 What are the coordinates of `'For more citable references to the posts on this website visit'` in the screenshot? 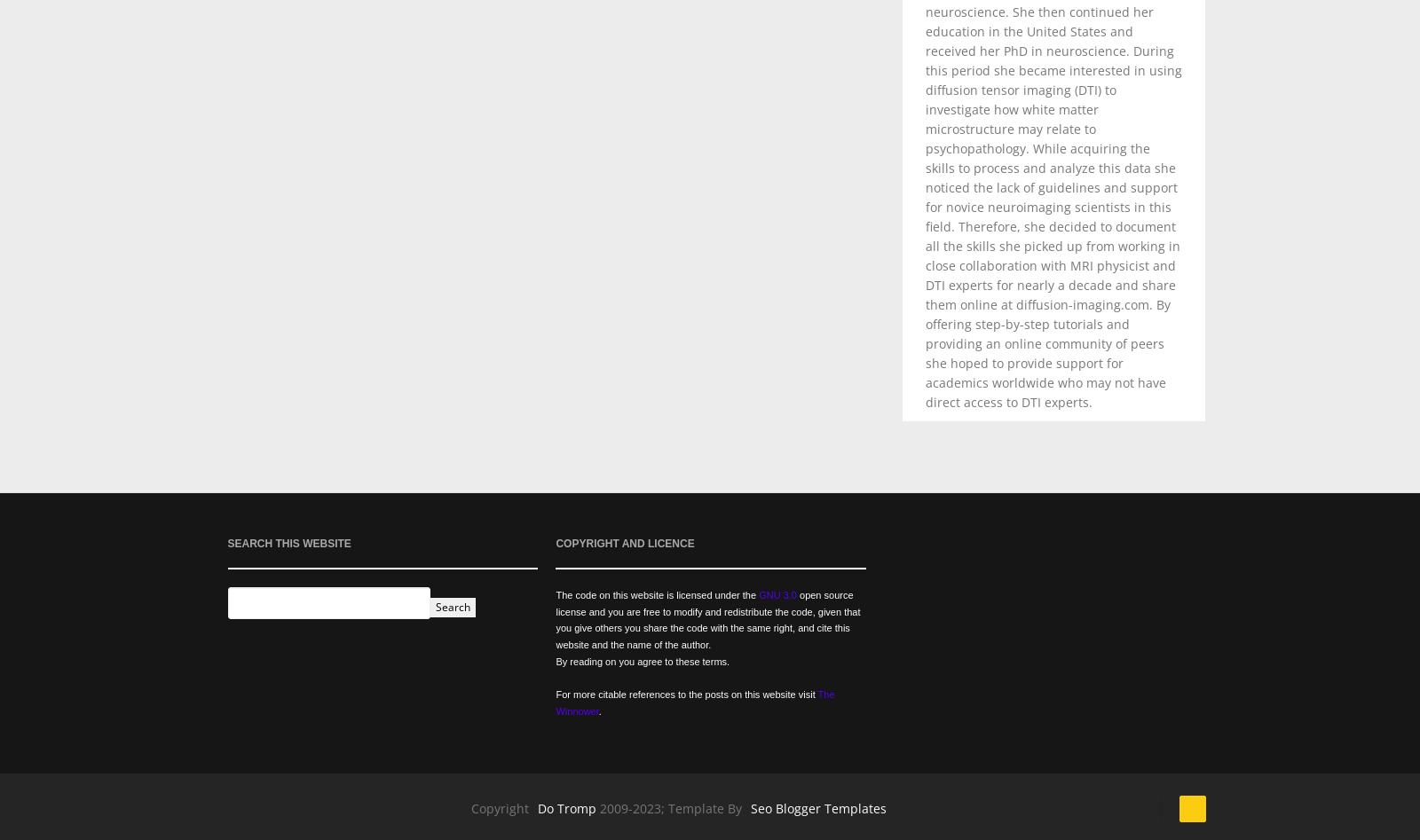 It's located at (686, 694).